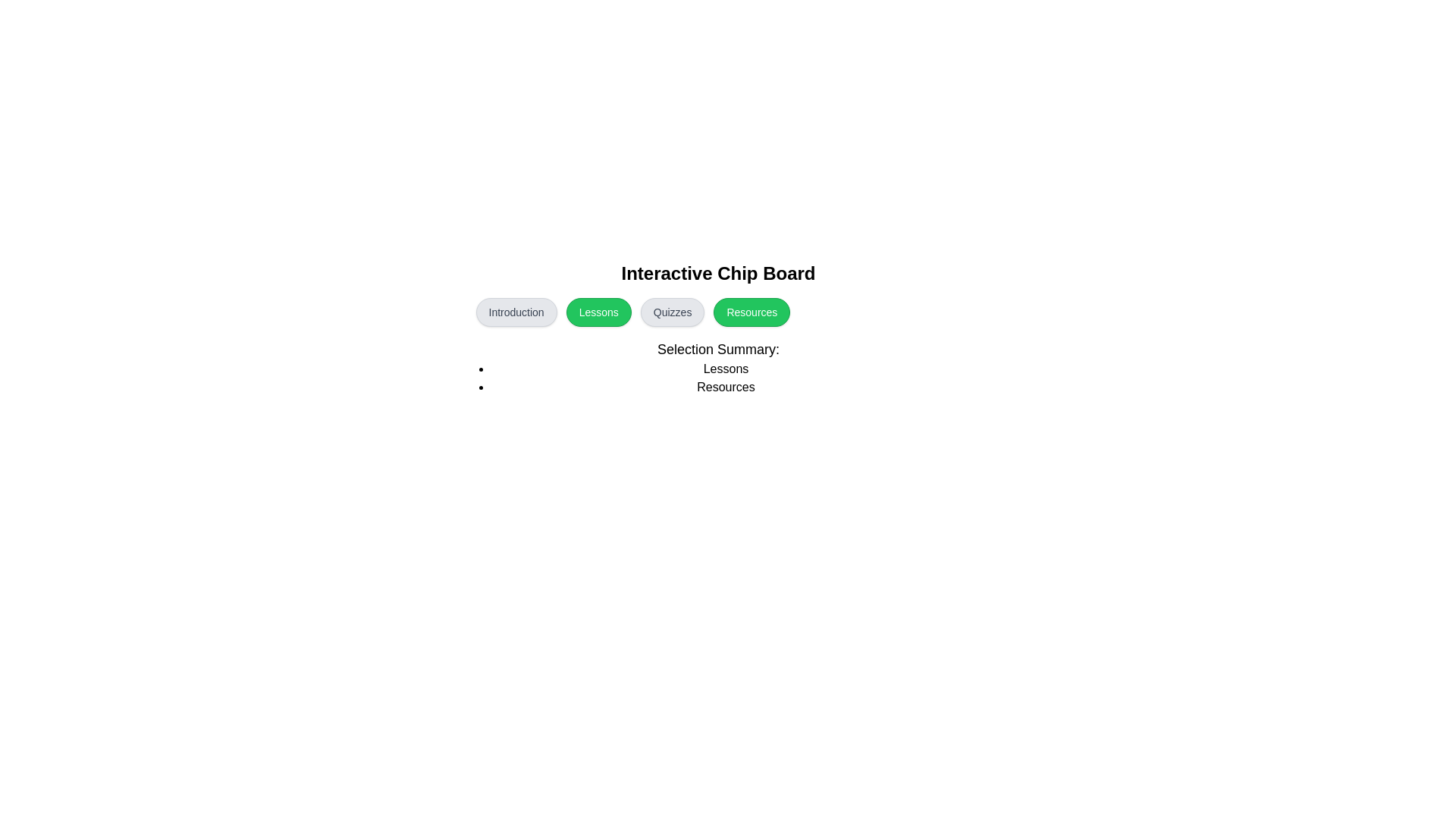  I want to click on the prominent text label element that reads 'Interactive Chip Board', which is styled as a bold, large-sized heading and is positioned above a set of buttons, so click(717, 274).